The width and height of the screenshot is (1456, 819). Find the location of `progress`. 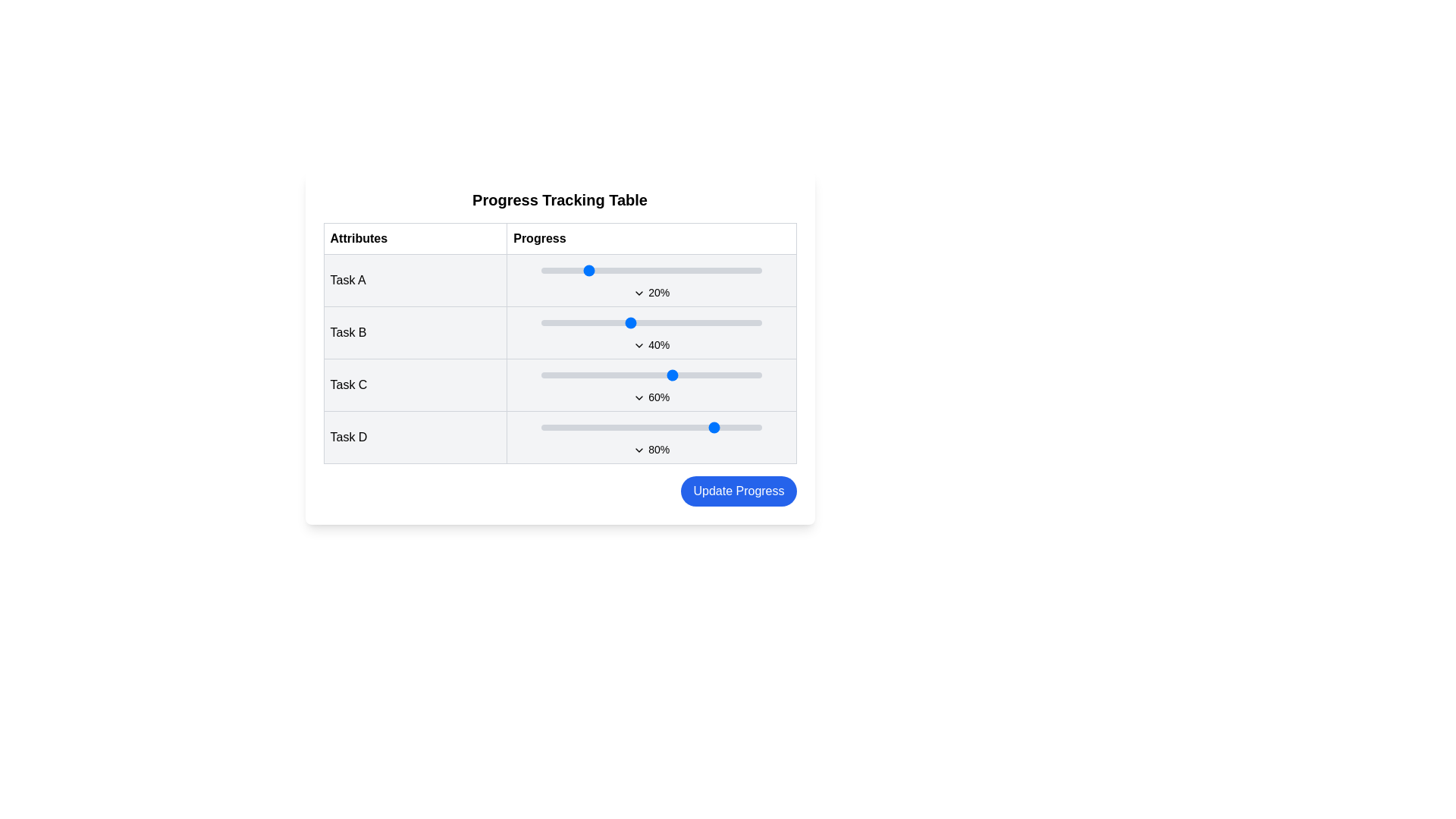

progress is located at coordinates (591, 322).